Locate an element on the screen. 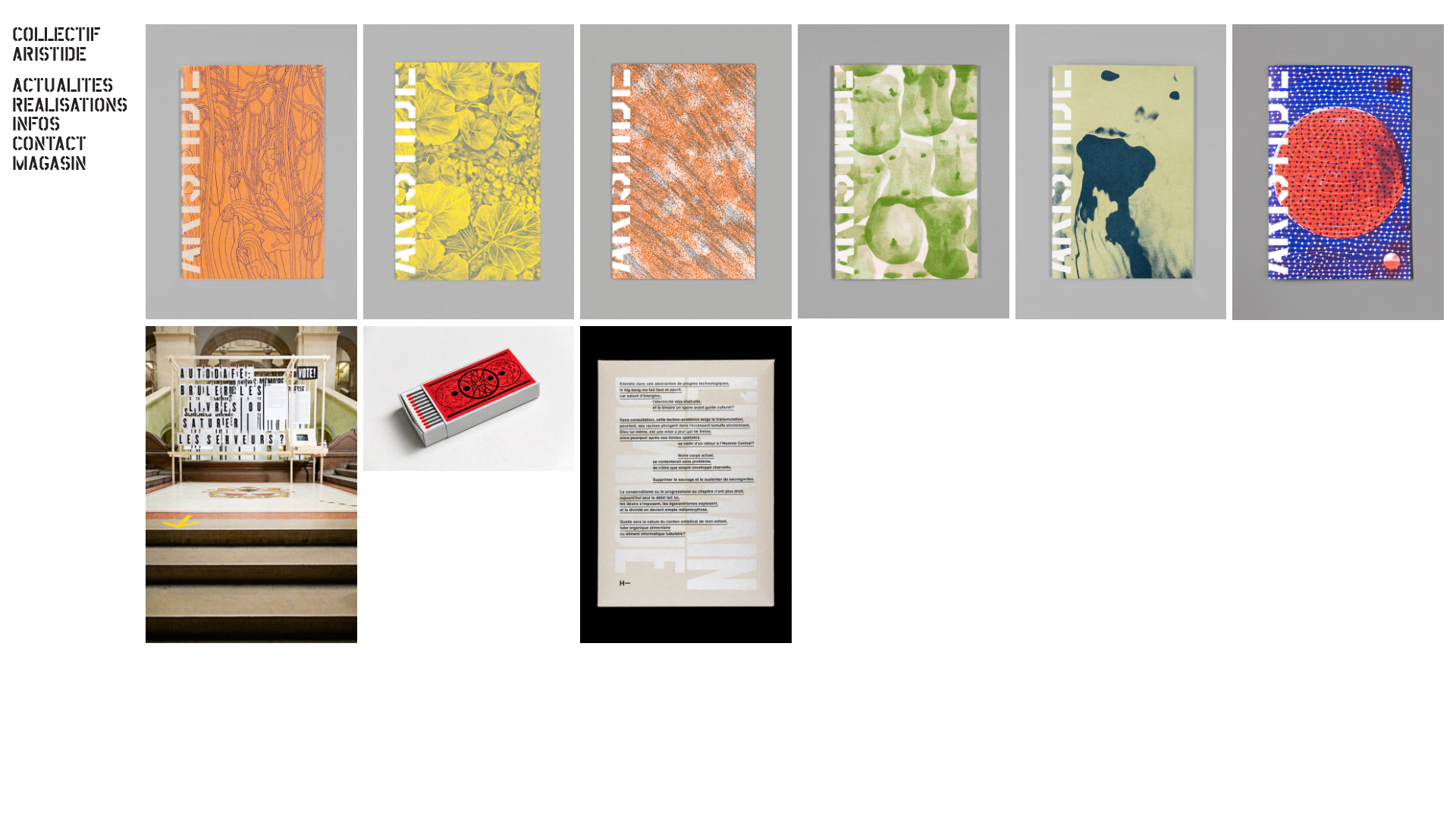  'COLLECTIF ARISTIDE' is located at coordinates (61, 42).